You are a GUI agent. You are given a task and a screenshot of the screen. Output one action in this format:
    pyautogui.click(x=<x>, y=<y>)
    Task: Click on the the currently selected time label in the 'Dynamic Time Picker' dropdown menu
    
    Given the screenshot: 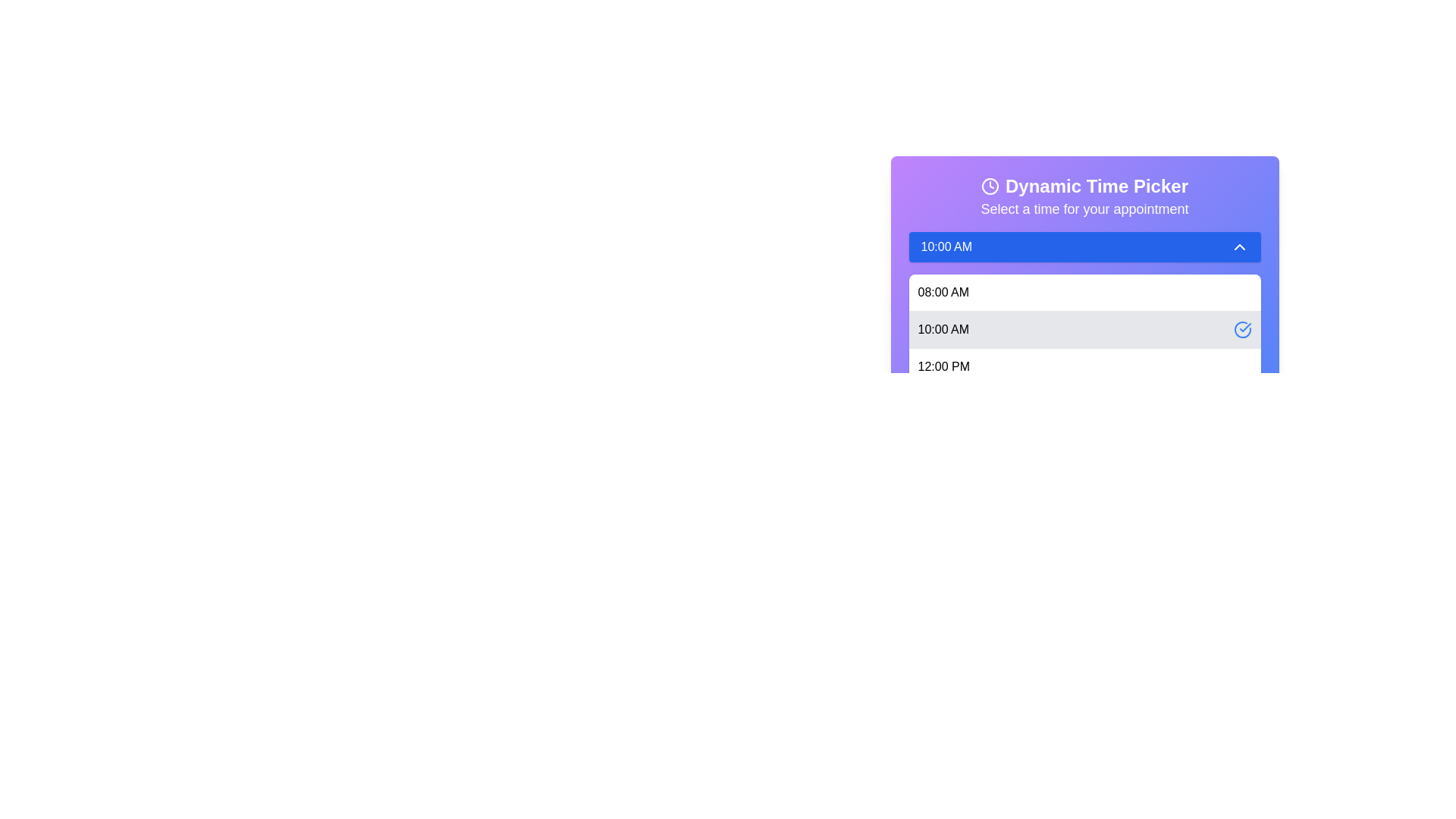 What is the action you would take?
    pyautogui.click(x=946, y=246)
    